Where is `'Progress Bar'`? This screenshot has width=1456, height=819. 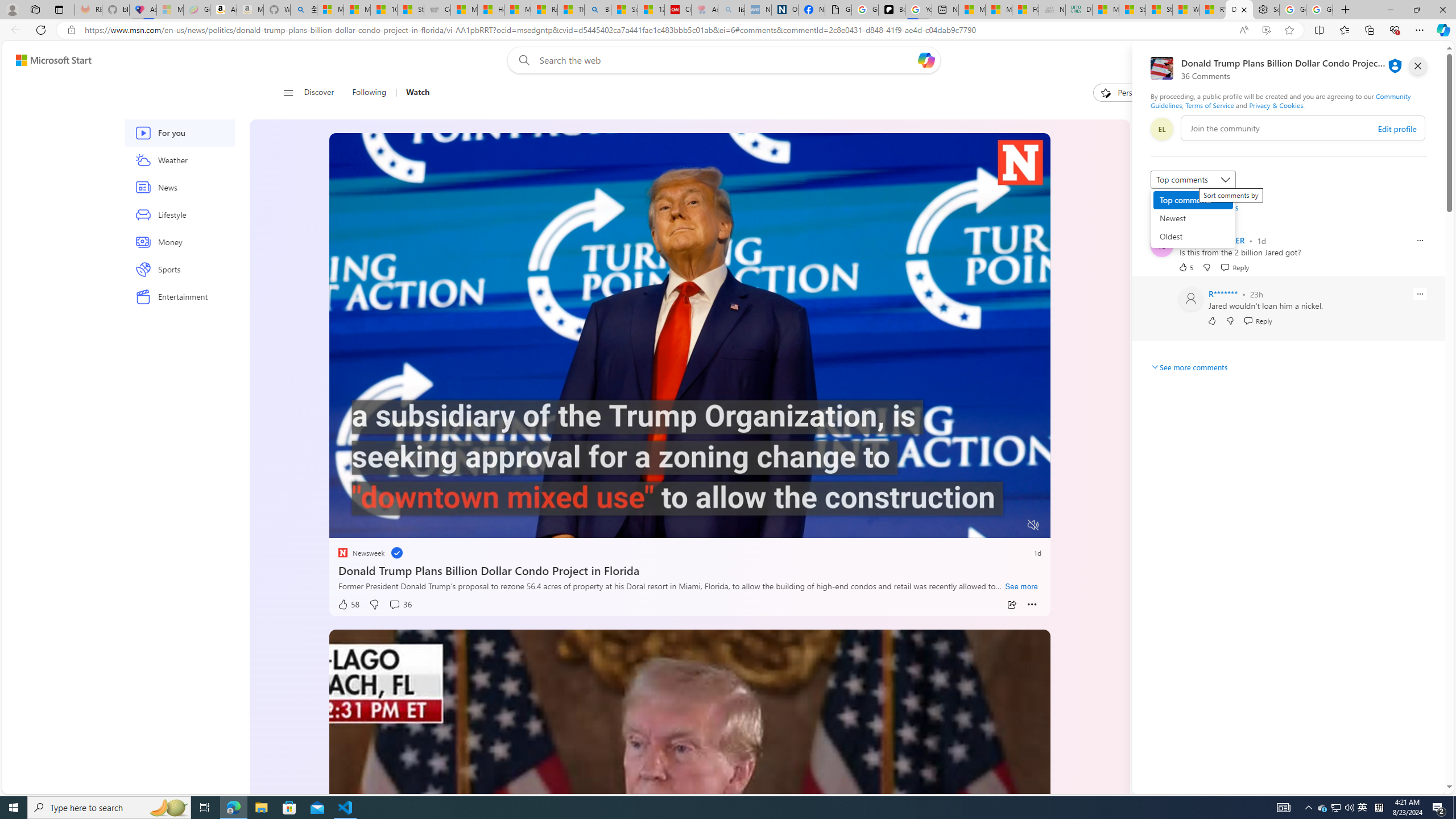 'Progress Bar' is located at coordinates (689, 510).